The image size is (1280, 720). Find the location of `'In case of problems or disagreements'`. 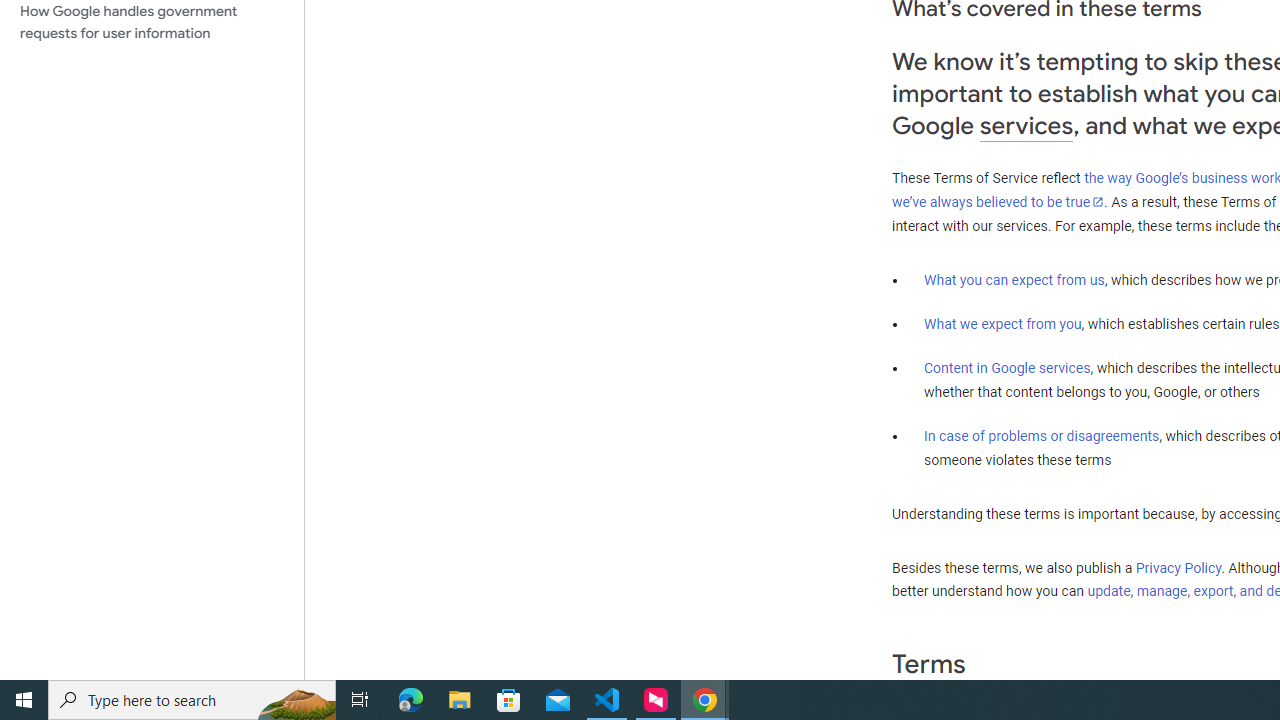

'In case of problems or disagreements' is located at coordinates (1040, 434).